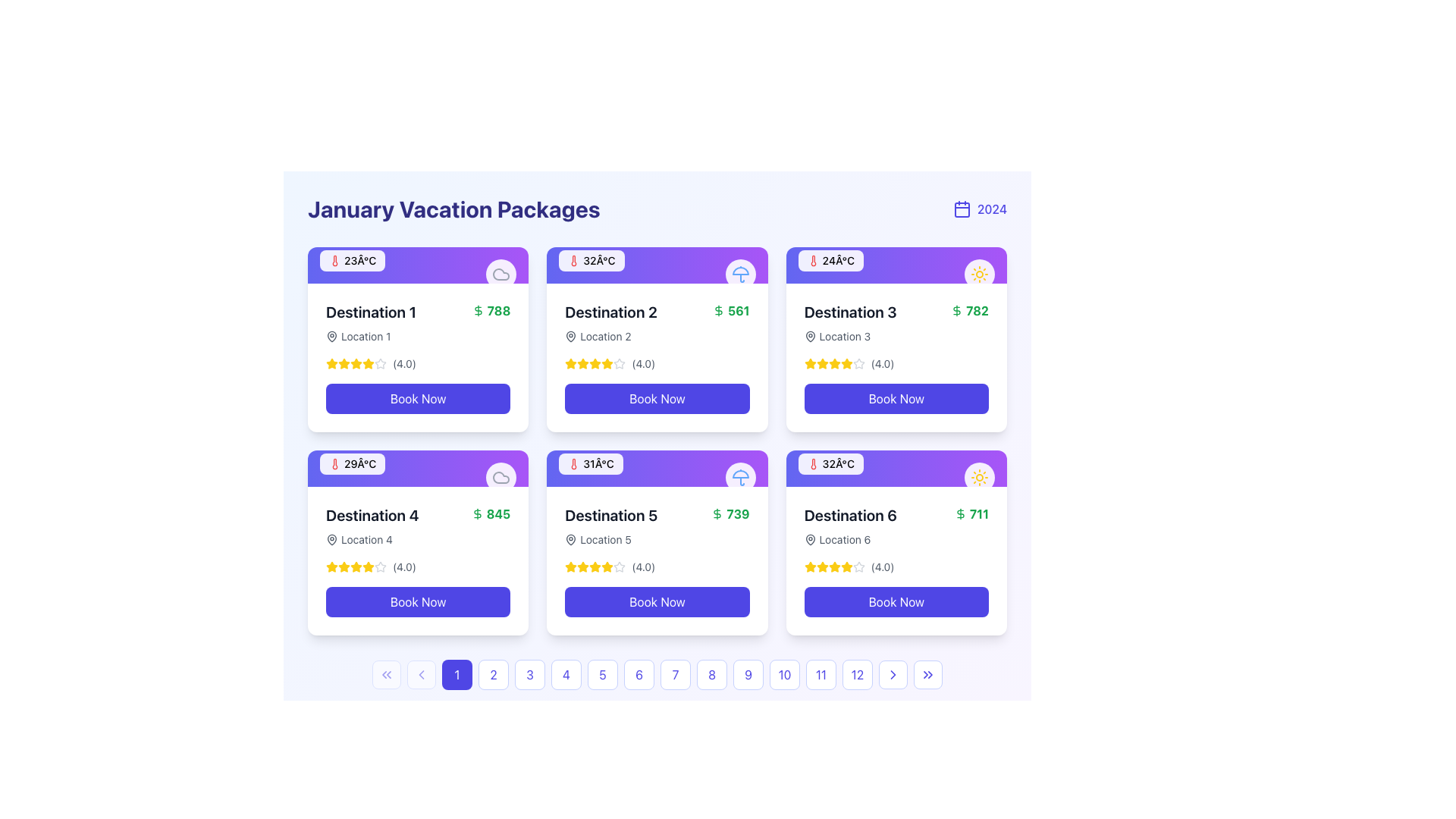 The width and height of the screenshot is (1456, 819). I want to click on the small circular icon with a cloud outline located in the top-right corner of the 'Destination 1' card displaying '23°C', so click(501, 275).